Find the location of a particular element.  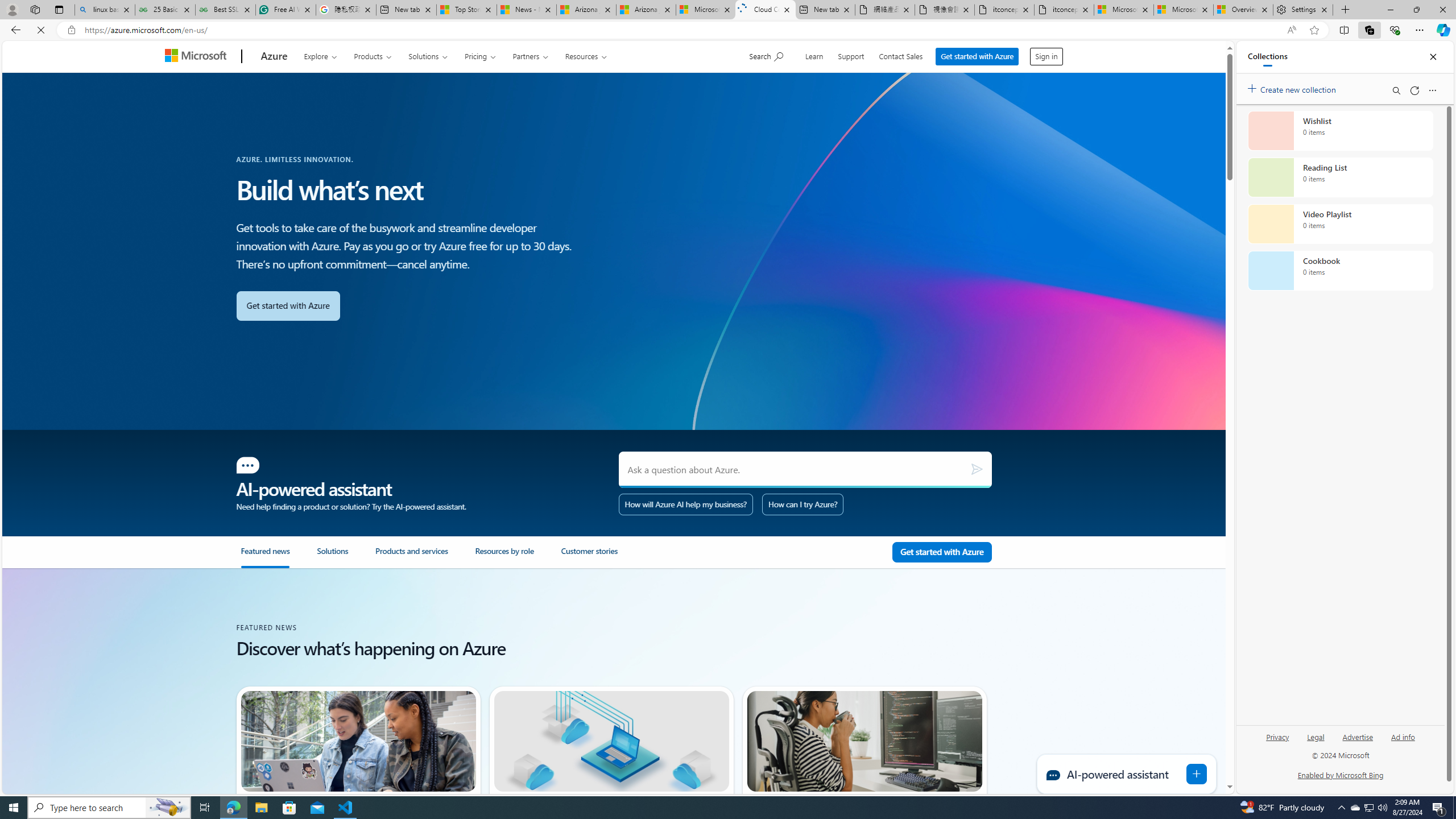

'Wishlist collection, 0 items' is located at coordinates (1340, 130).